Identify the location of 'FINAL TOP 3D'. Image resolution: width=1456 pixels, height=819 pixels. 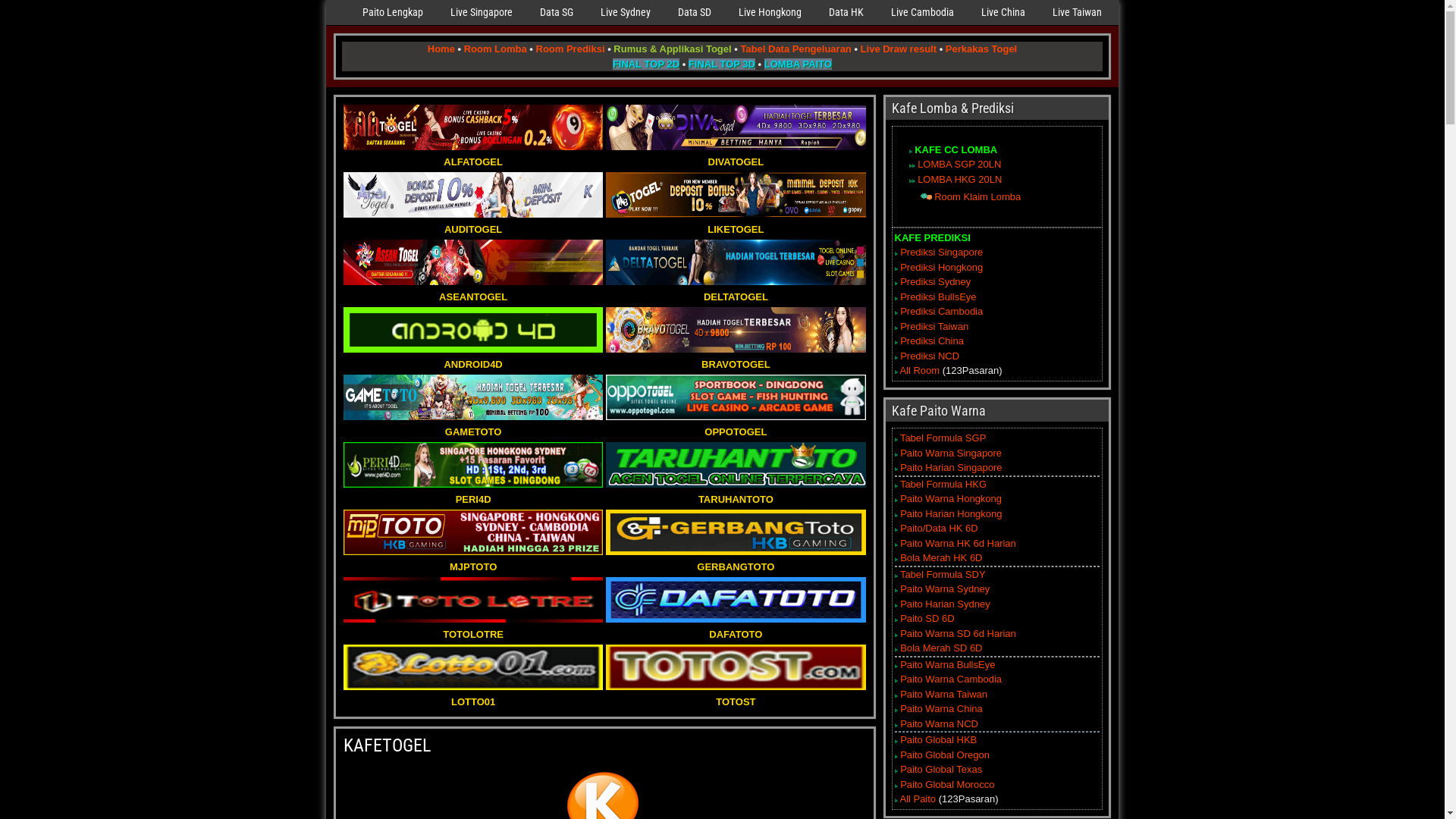
(720, 62).